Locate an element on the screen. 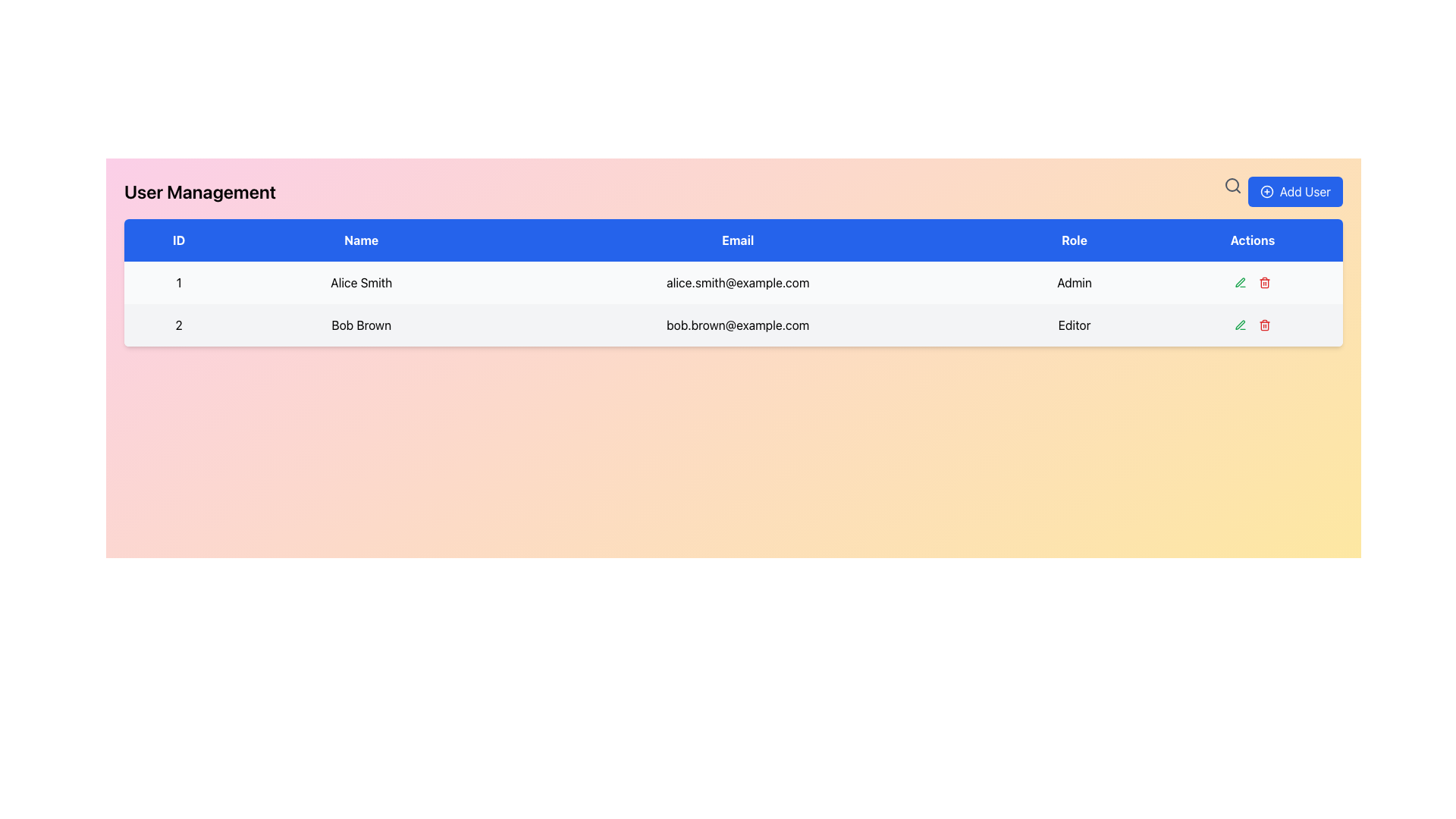 The width and height of the screenshot is (1456, 819). the static text field displaying the role 'Editor' in the second row of the table, which is centered within its cell and aligned with other roles in the same column is located at coordinates (1073, 324).